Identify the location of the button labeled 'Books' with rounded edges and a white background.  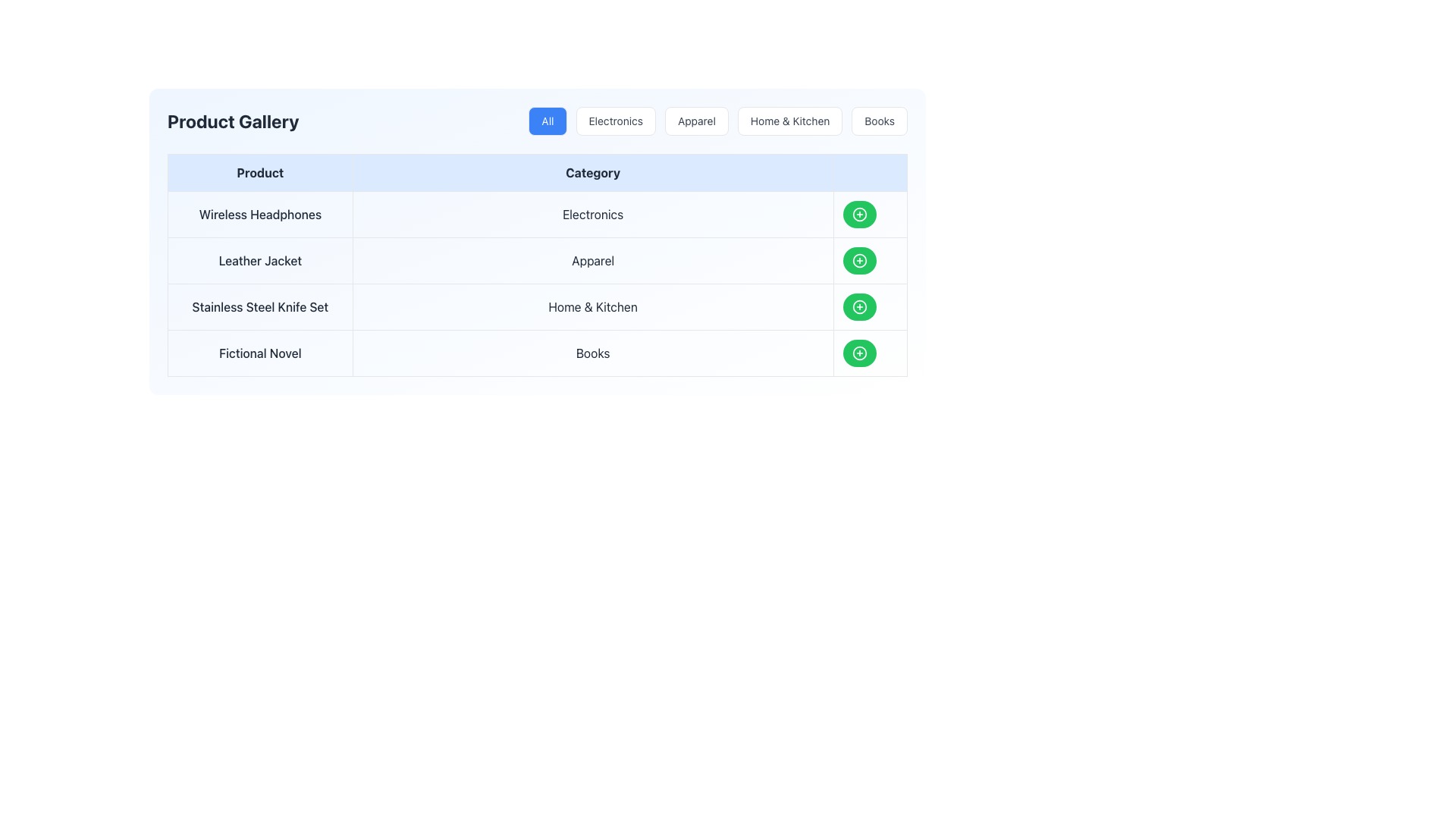
(880, 120).